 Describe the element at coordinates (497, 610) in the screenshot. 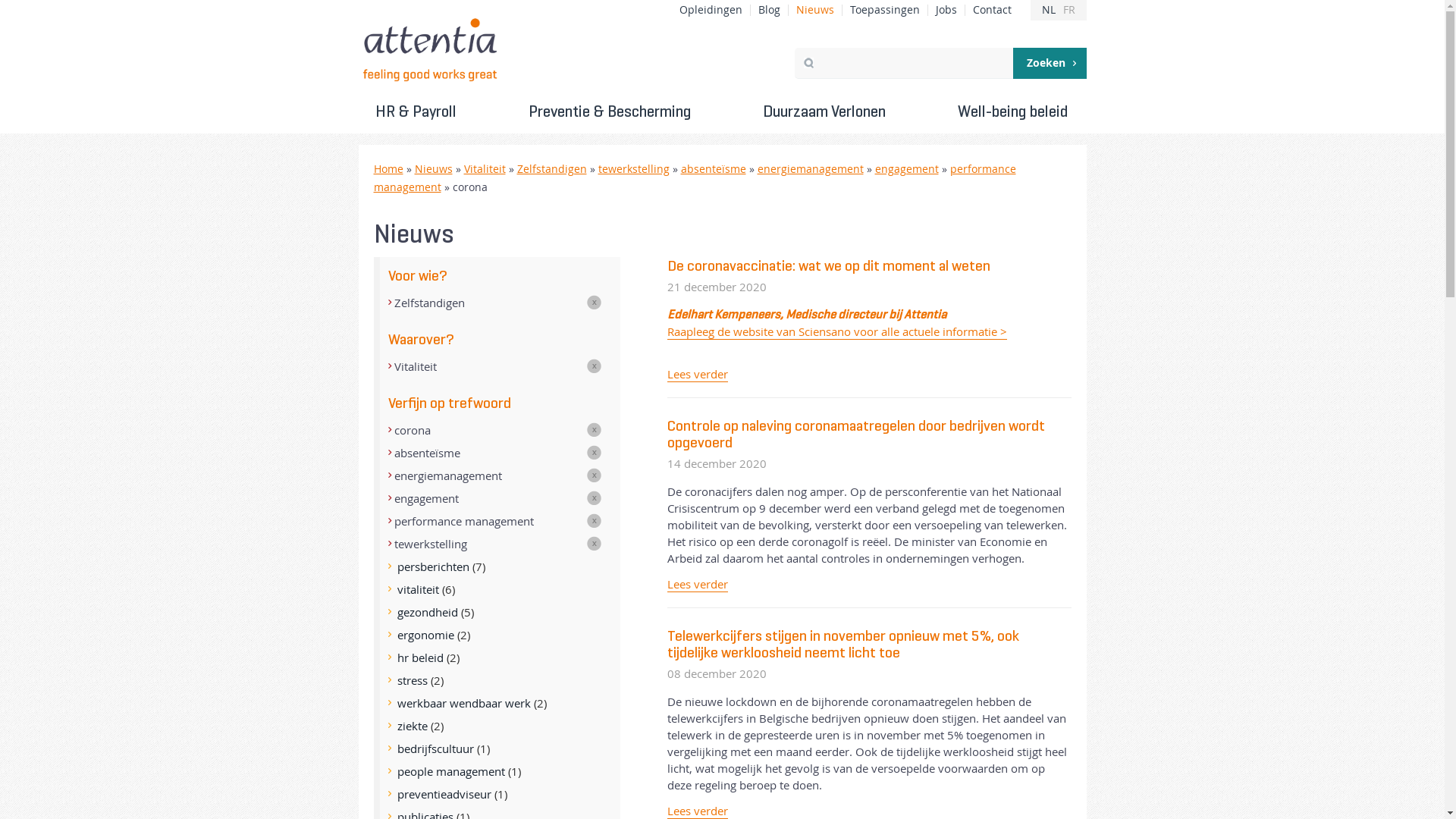

I see `'gezondheid (5)` at that location.